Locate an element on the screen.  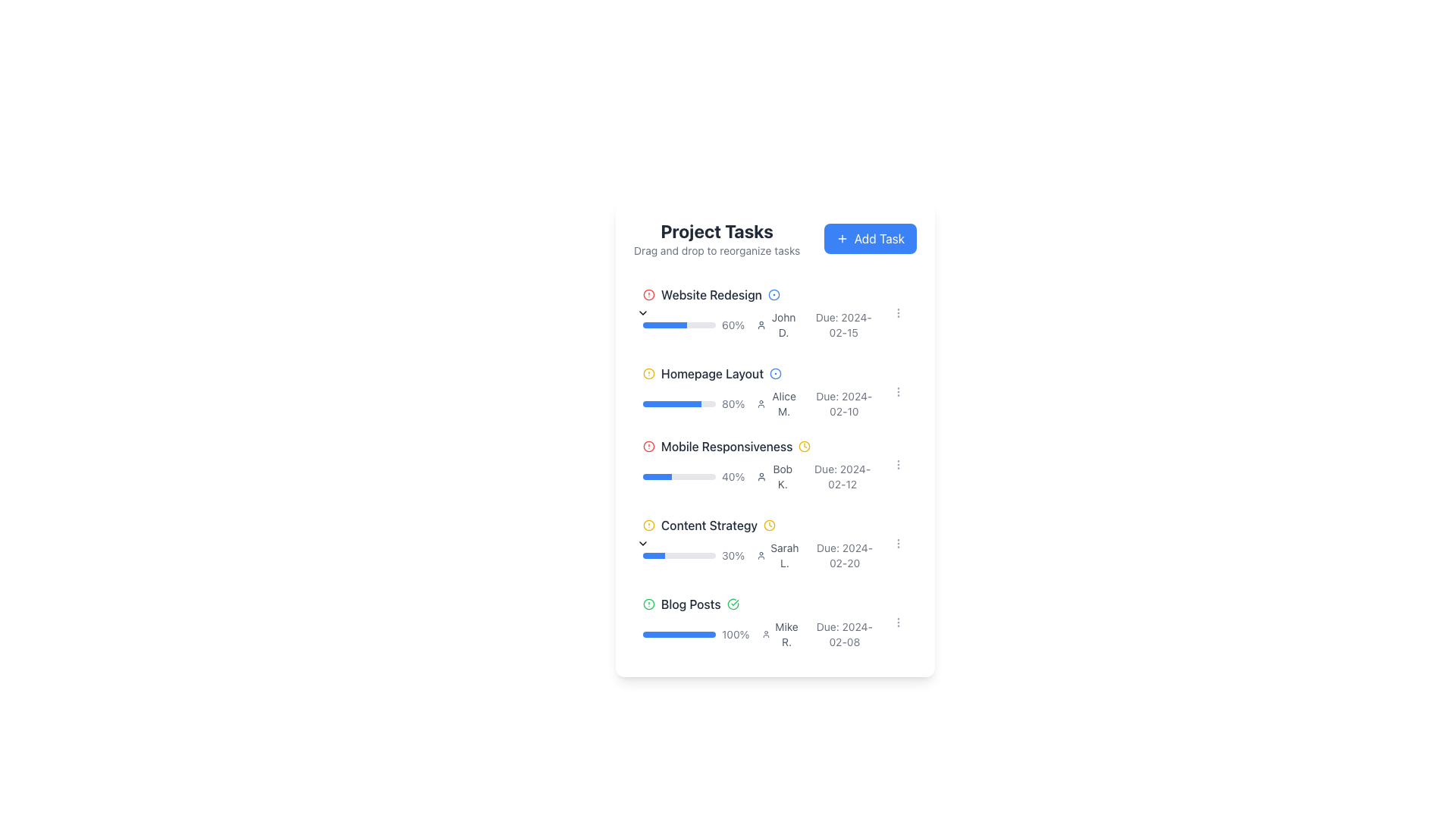
the Circular Indicator SVG element that serves as a visual indicator or status marker for the 'Content Strategy' task is located at coordinates (648, 604).